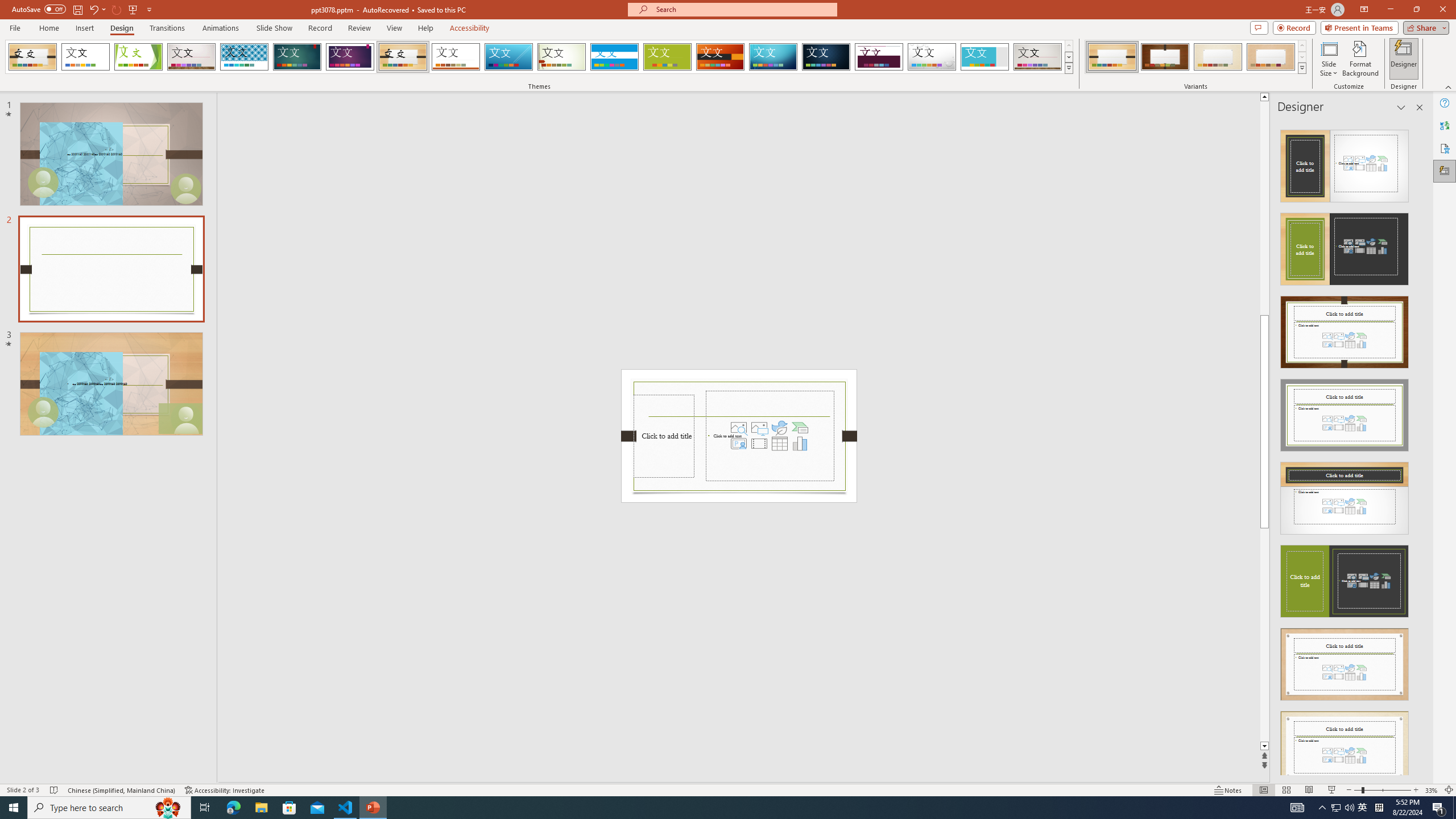  I want to click on 'Format Background', so click(1360, 59).